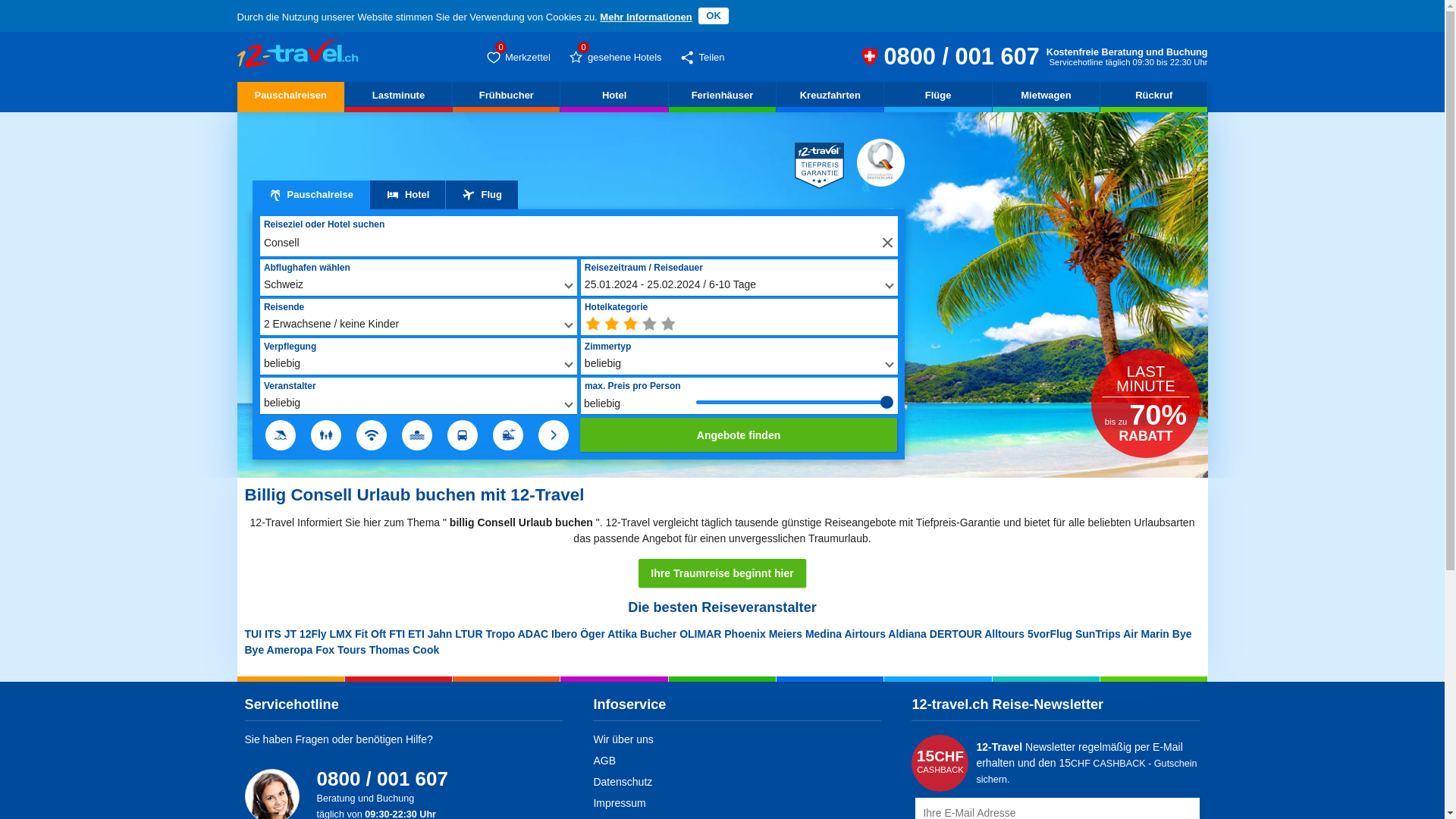 The width and height of the screenshot is (1456, 819). I want to click on 'Datenschutz', so click(622, 781).